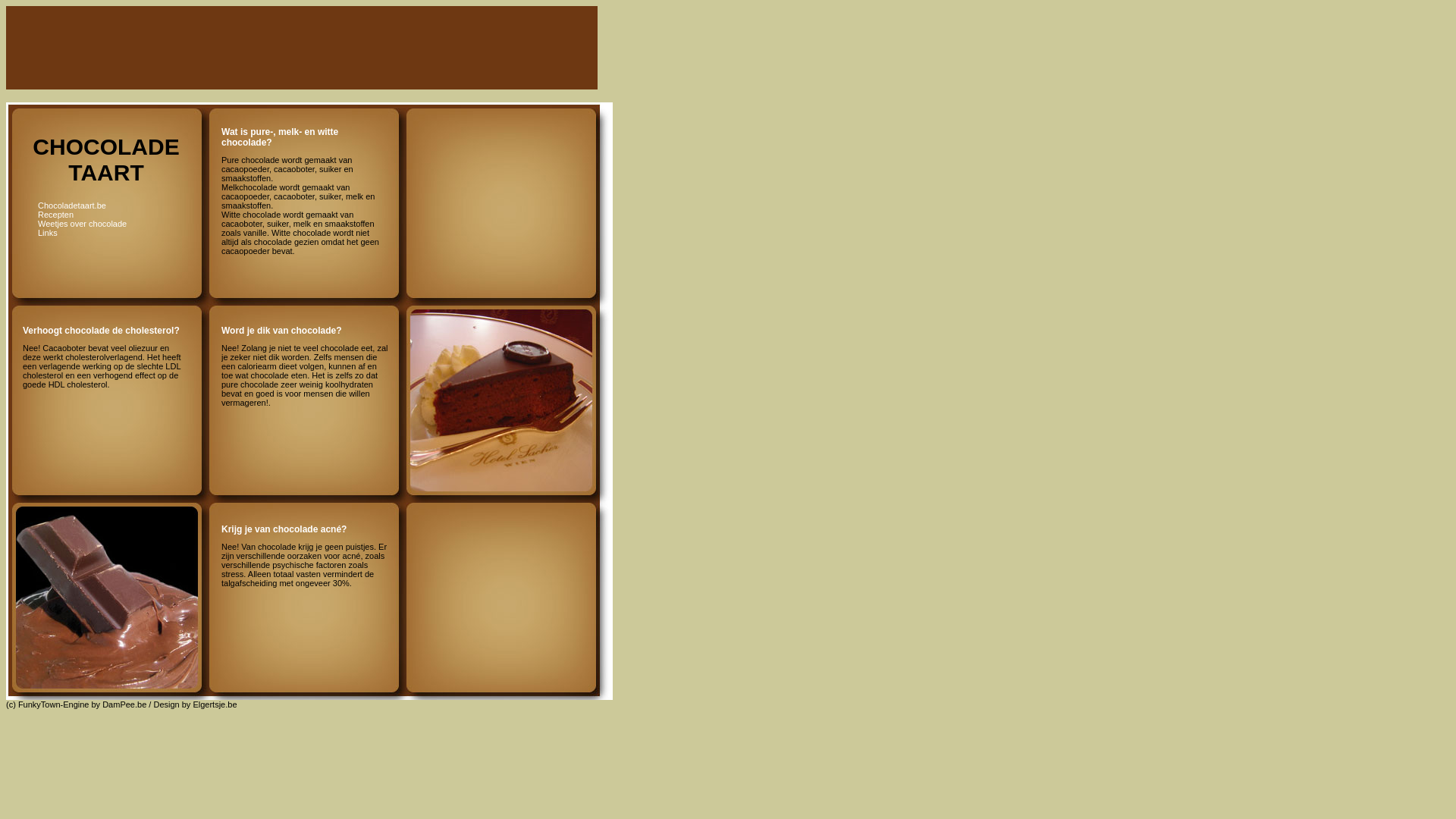  What do you see at coordinates (71, 205) in the screenshot?
I see `'Chocoladetaart.be'` at bounding box center [71, 205].